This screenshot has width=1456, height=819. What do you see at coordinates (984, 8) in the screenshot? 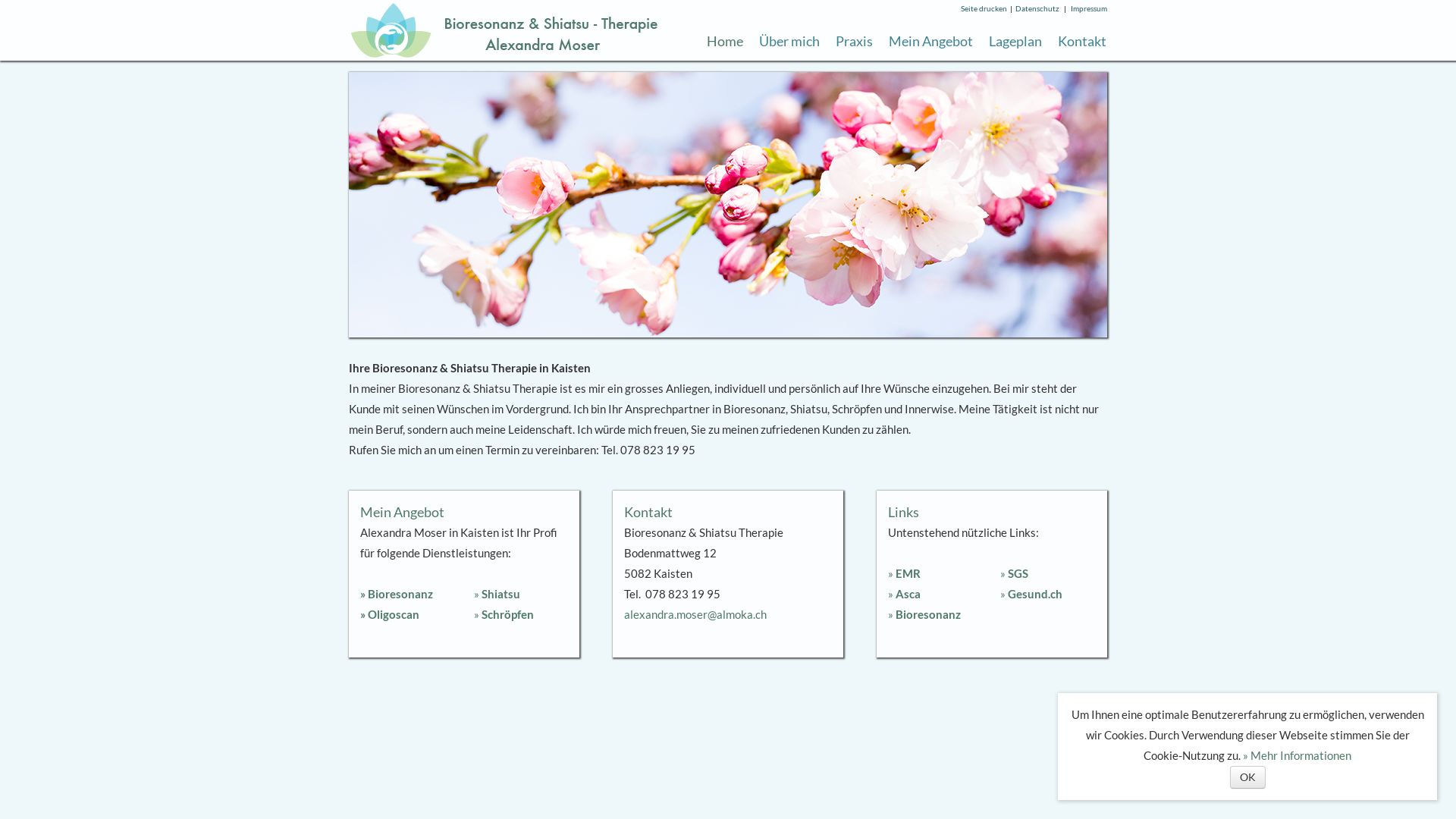
I see `'Seite drucken'` at bounding box center [984, 8].